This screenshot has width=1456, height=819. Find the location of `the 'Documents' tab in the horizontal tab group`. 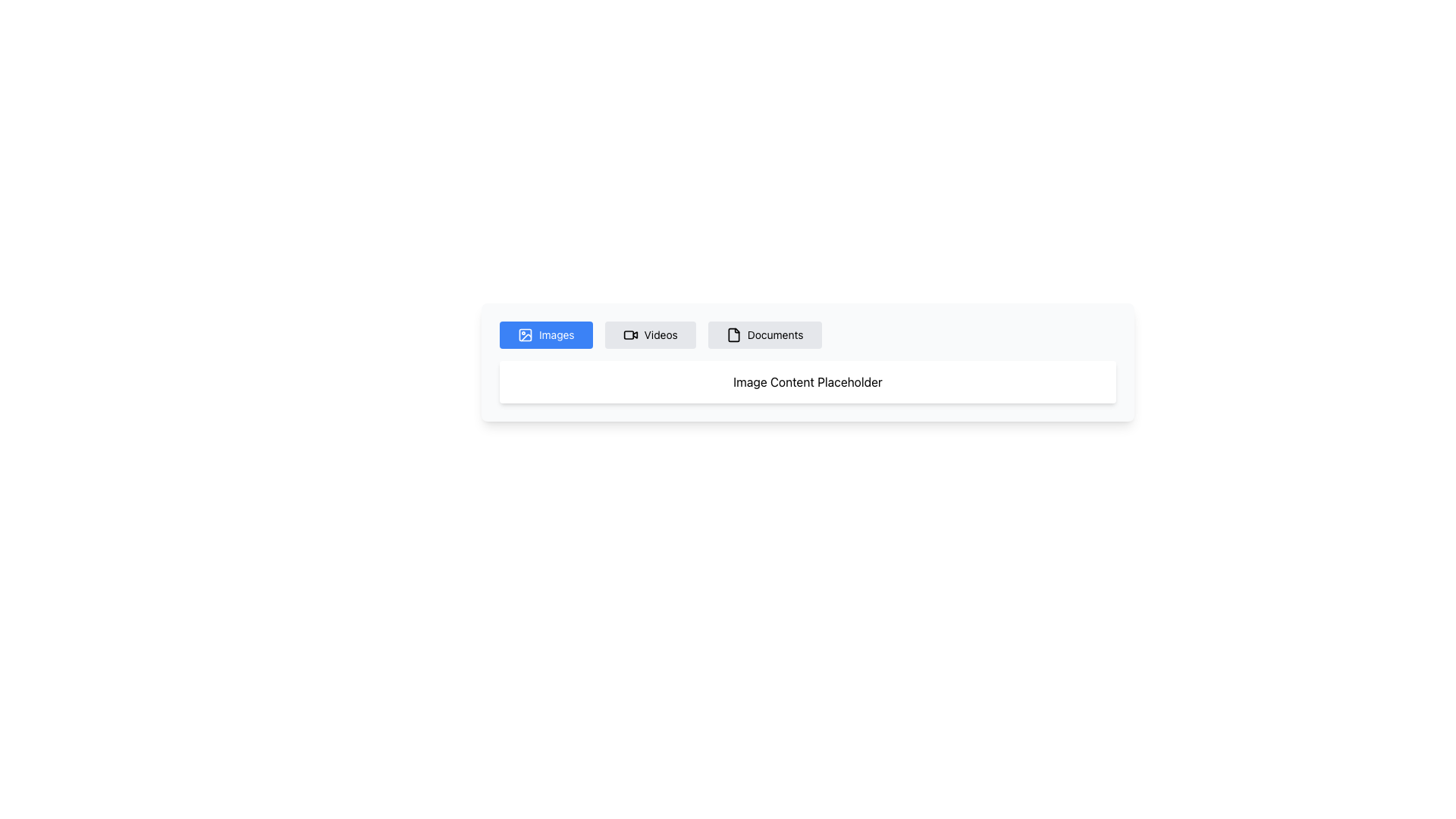

the 'Documents' tab in the horizontal tab group is located at coordinates (807, 334).